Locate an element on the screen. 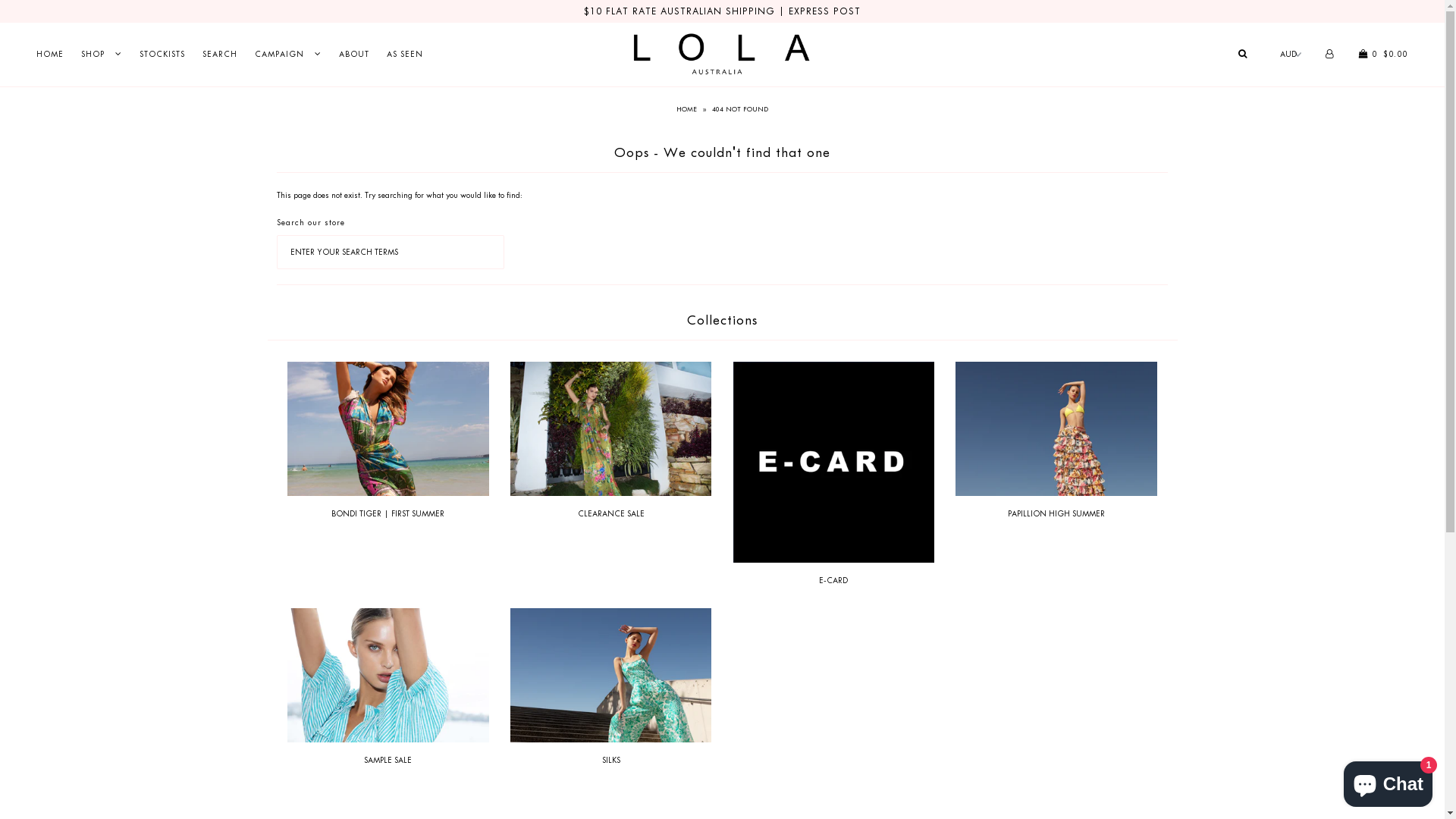  'ABOUT' is located at coordinates (353, 53).